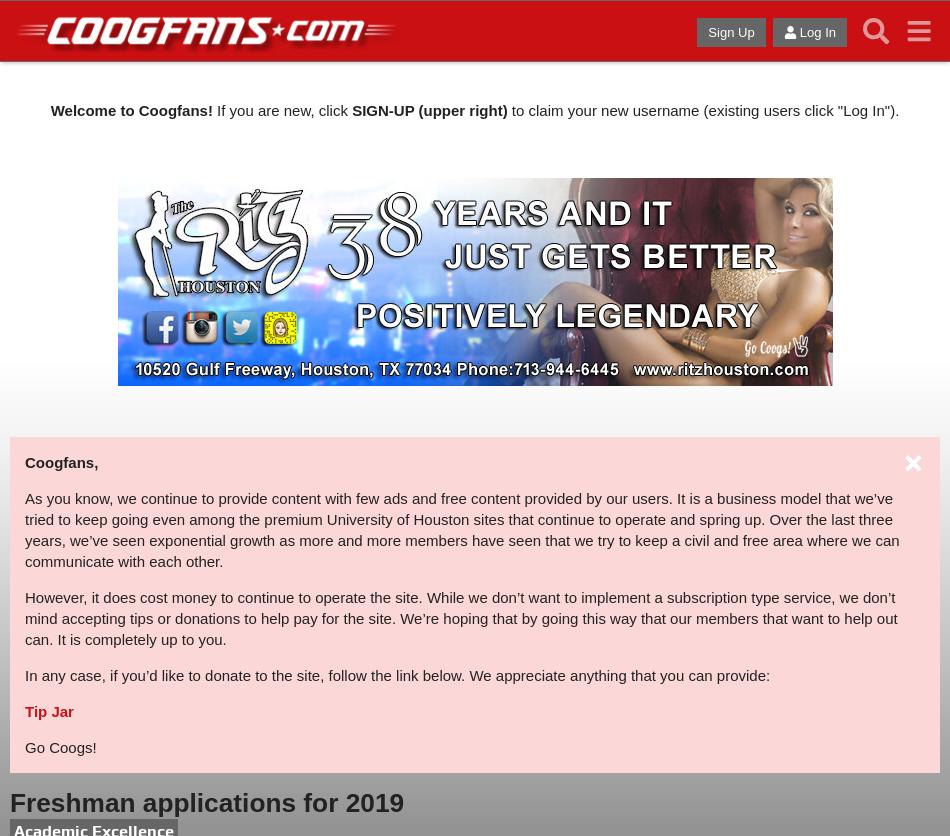 The width and height of the screenshot is (950, 836). Describe the element at coordinates (61, 461) in the screenshot. I see `'Coogfans,'` at that location.